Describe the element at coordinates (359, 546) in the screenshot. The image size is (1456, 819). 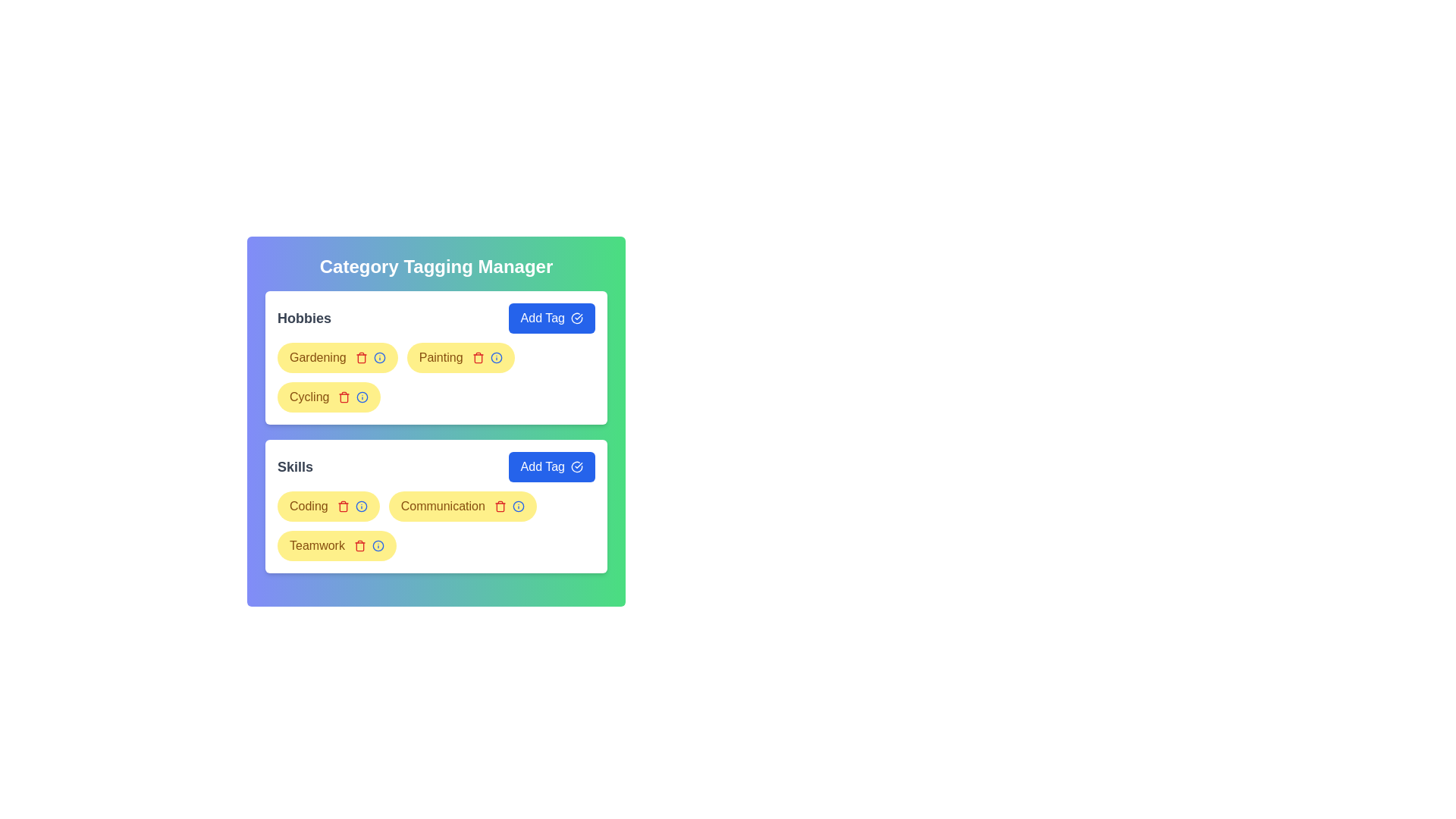
I see `the delete button located inside the yellow badge labeled 'Teamwork', positioned at the right end of the badge adjacent to the blue information icon` at that location.